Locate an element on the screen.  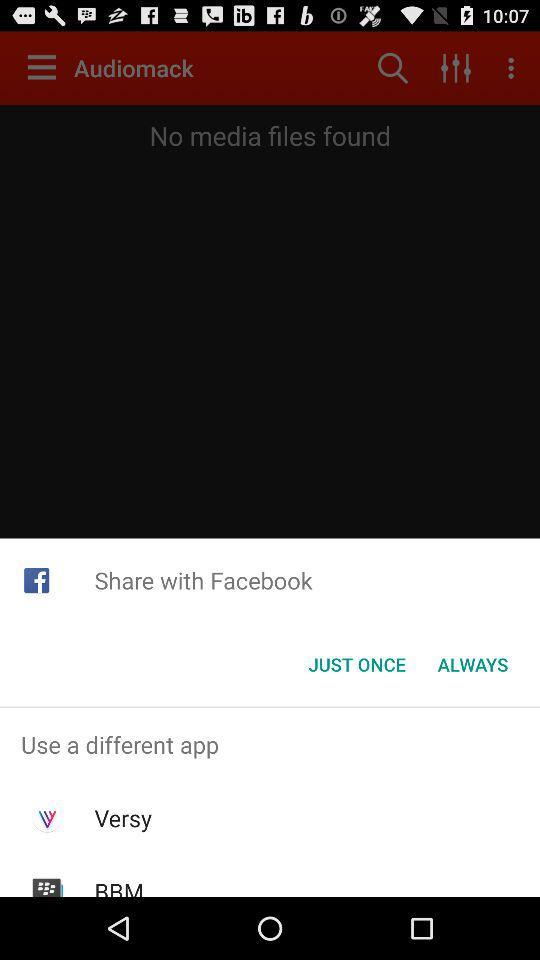
the icon above versy app is located at coordinates (270, 743).